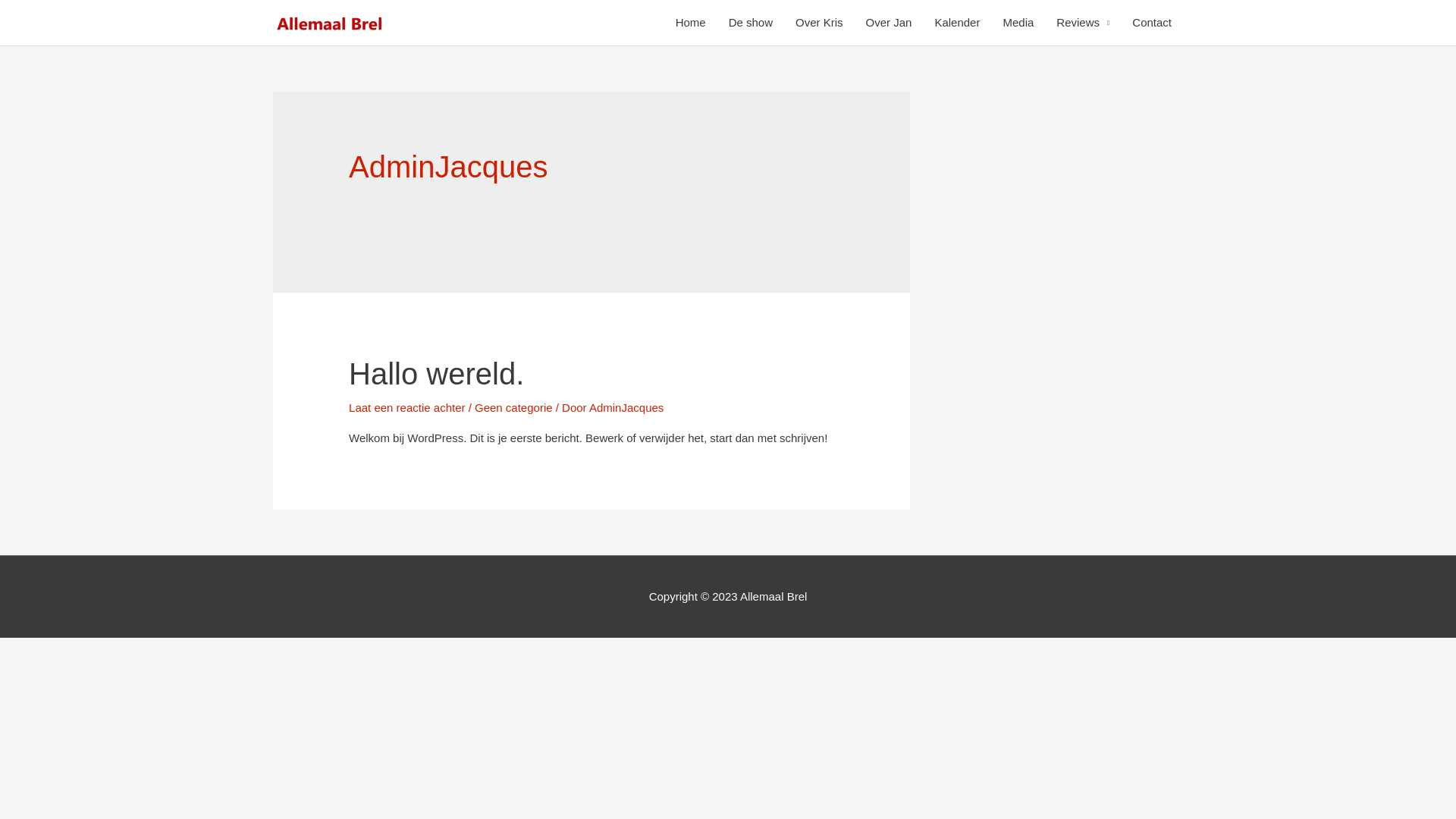  What do you see at coordinates (1018, 23) in the screenshot?
I see `'Media'` at bounding box center [1018, 23].